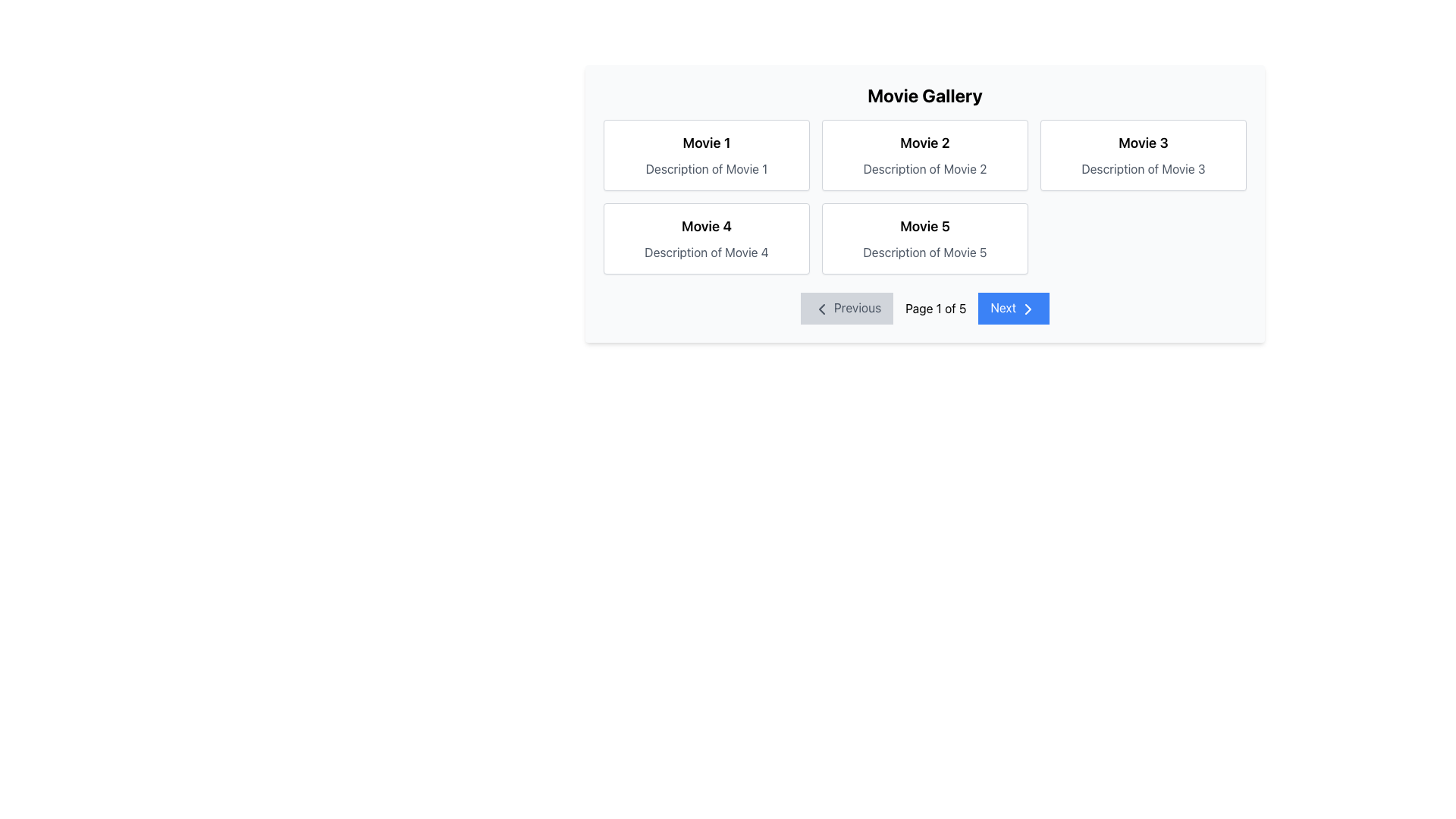  What do you see at coordinates (935, 307) in the screenshot?
I see `the Text Display element that shows 'Page 1 of 5', located between the 'Previous' and 'Next' buttons in the bottom navigation bar` at bounding box center [935, 307].